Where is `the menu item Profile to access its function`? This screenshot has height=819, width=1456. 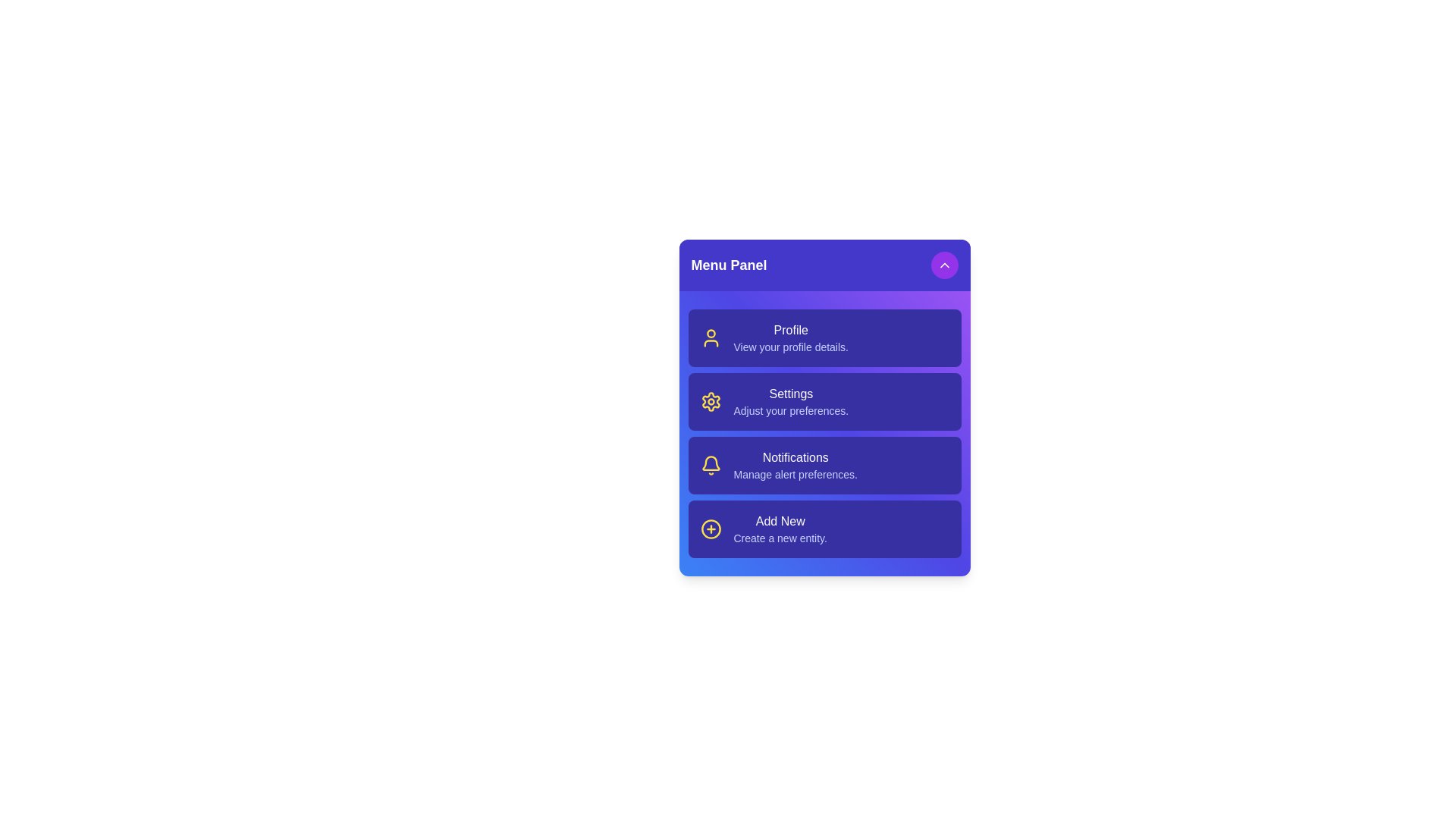 the menu item Profile to access its function is located at coordinates (824, 337).